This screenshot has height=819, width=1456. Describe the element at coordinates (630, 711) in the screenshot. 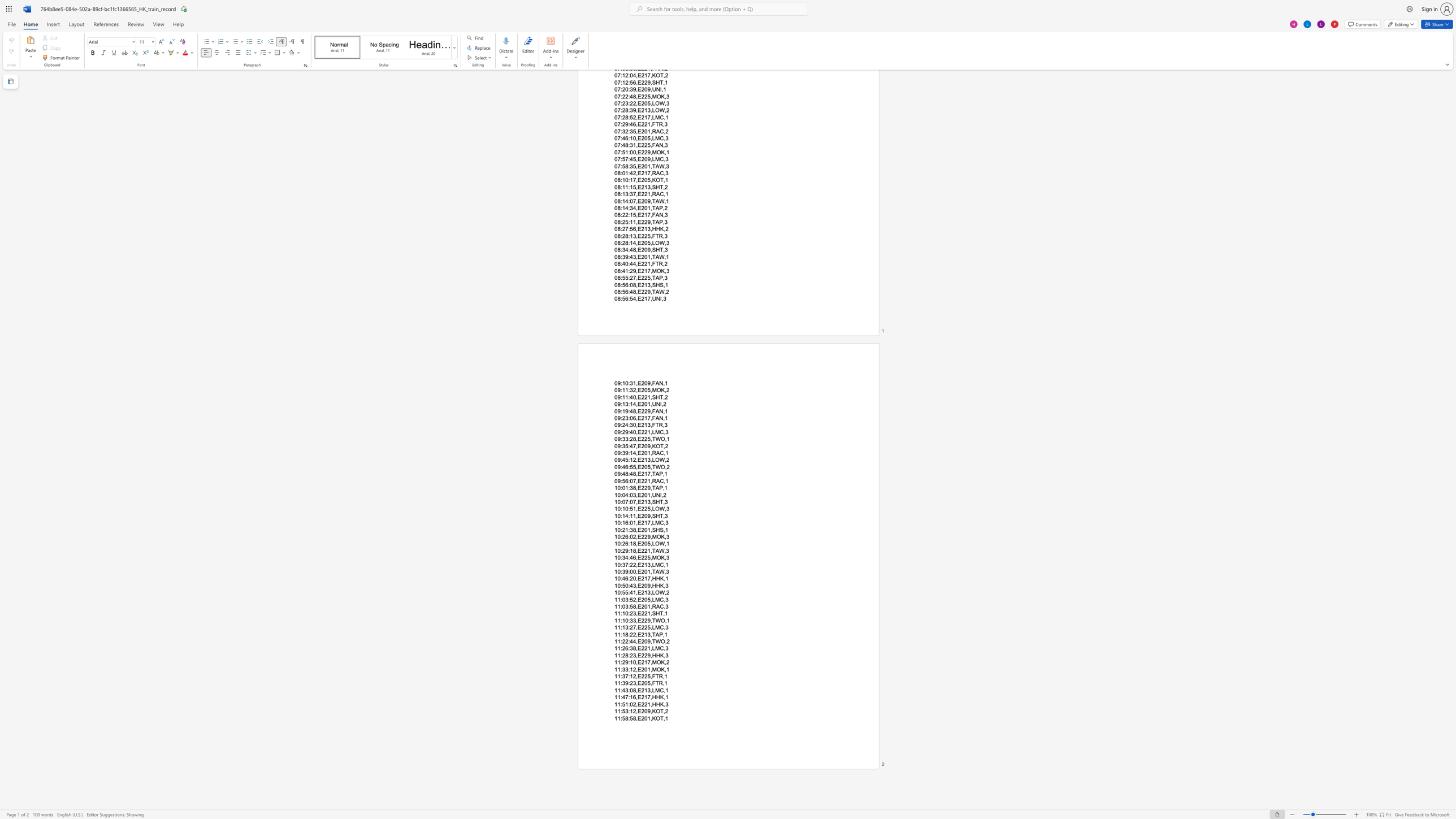

I see `the subset text "12,E209" within the text "11:53:12,E209,KOT,2"` at that location.